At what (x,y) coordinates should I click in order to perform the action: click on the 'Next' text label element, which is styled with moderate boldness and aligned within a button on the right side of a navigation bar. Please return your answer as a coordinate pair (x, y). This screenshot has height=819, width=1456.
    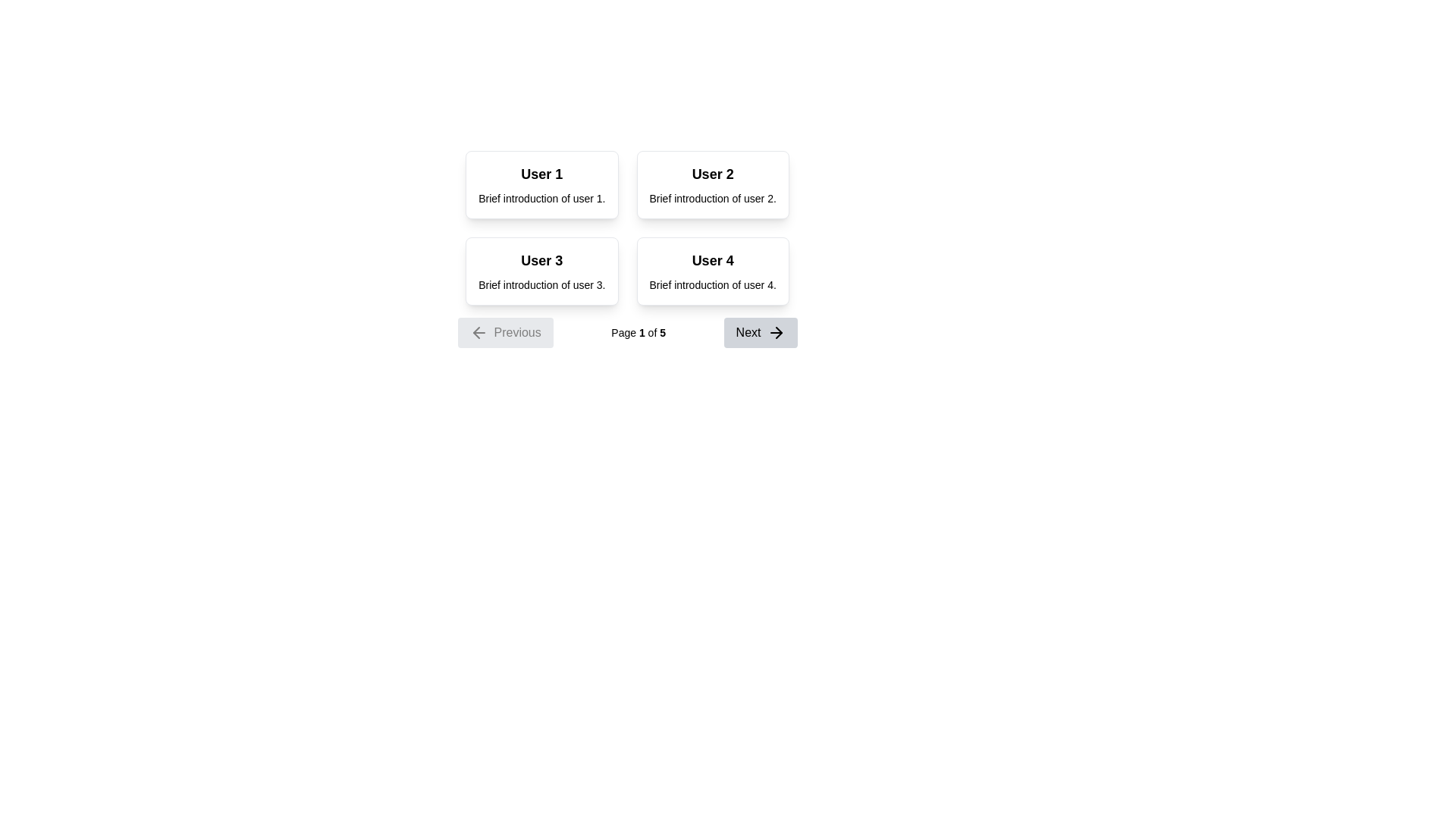
    Looking at the image, I should click on (748, 332).